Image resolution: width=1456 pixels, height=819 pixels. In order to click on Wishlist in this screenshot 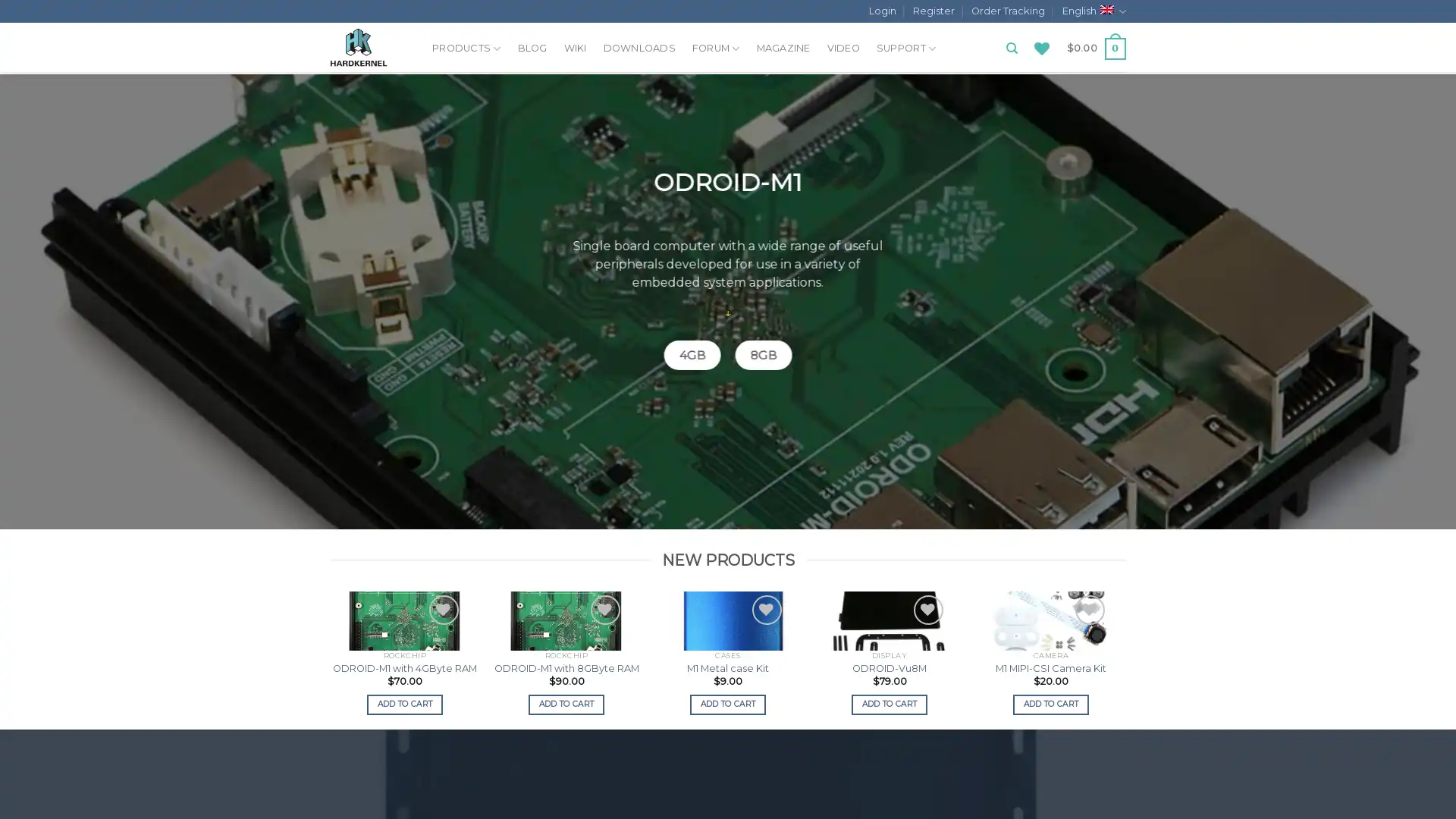, I will do `click(281, 609)`.